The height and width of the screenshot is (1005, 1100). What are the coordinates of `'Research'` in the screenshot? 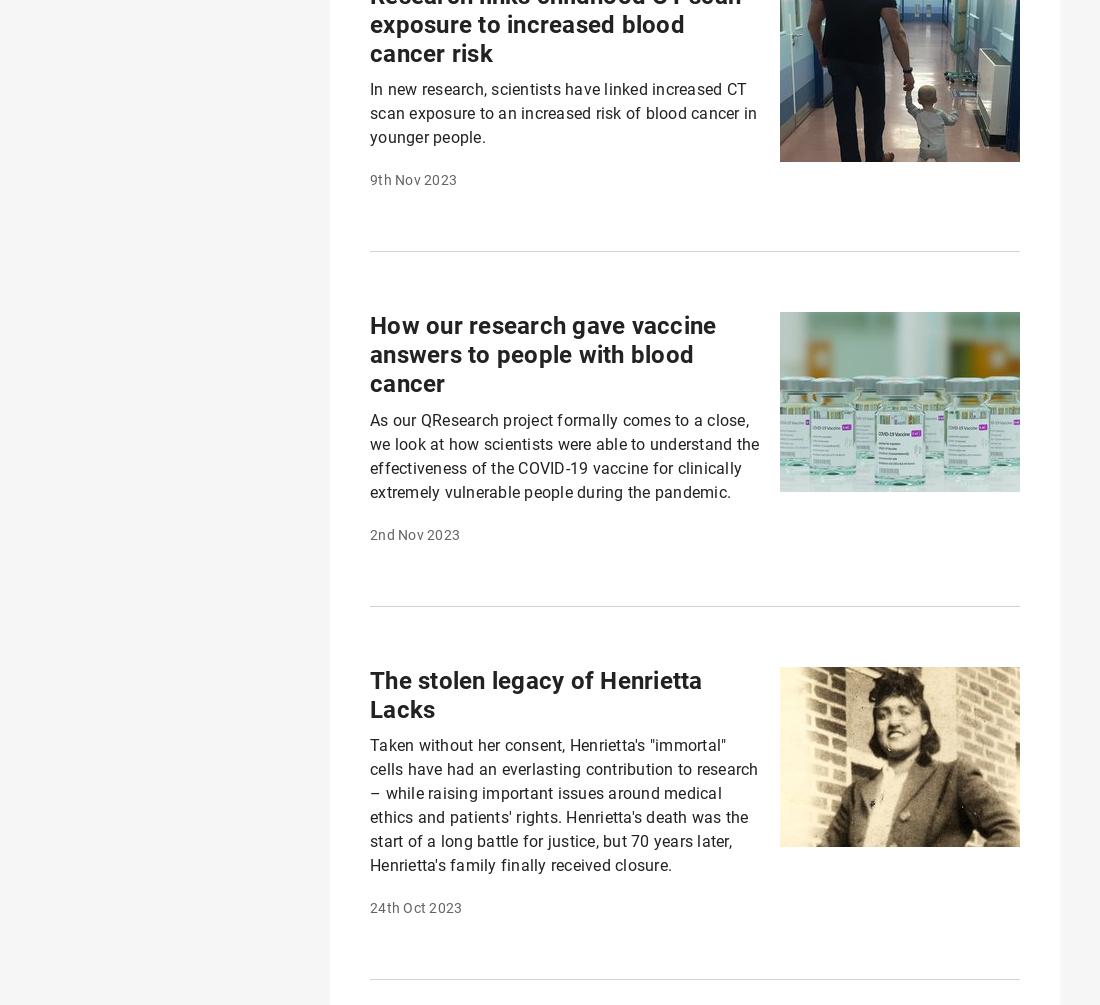 It's located at (92, 878).